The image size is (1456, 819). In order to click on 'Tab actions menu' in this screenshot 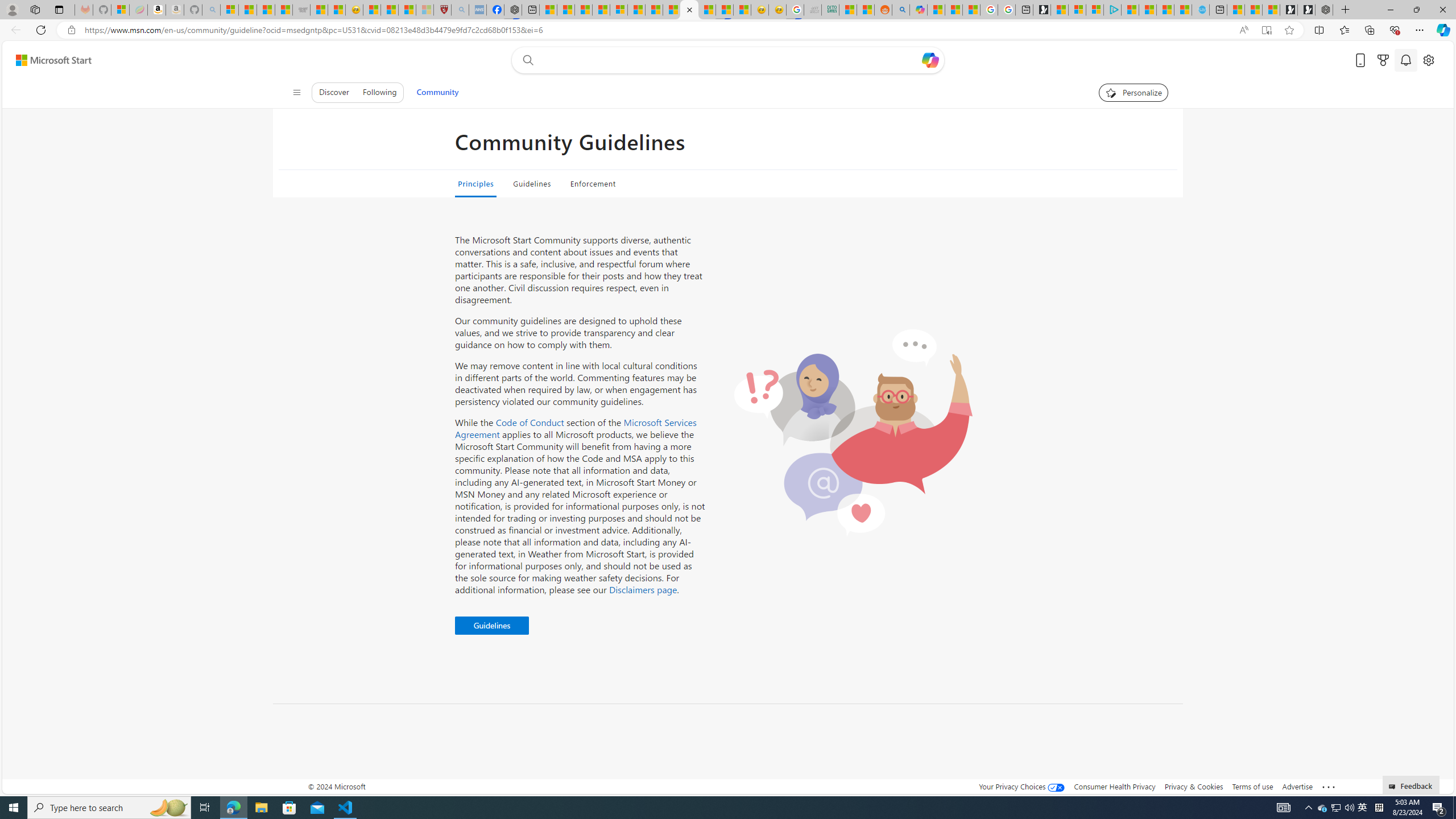, I will do `click(58, 9)`.